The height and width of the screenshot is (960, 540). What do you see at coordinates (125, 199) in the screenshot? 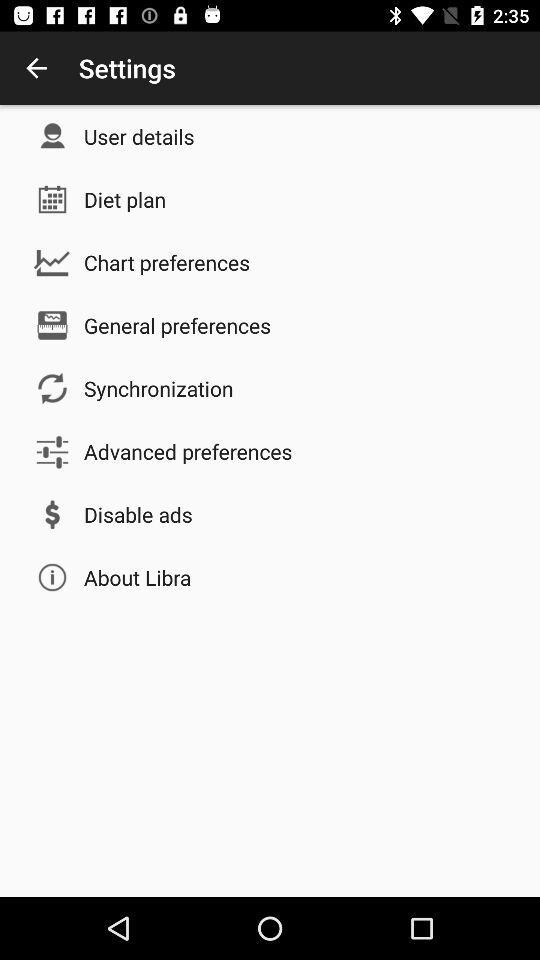
I see `the app below the user details item` at bounding box center [125, 199].